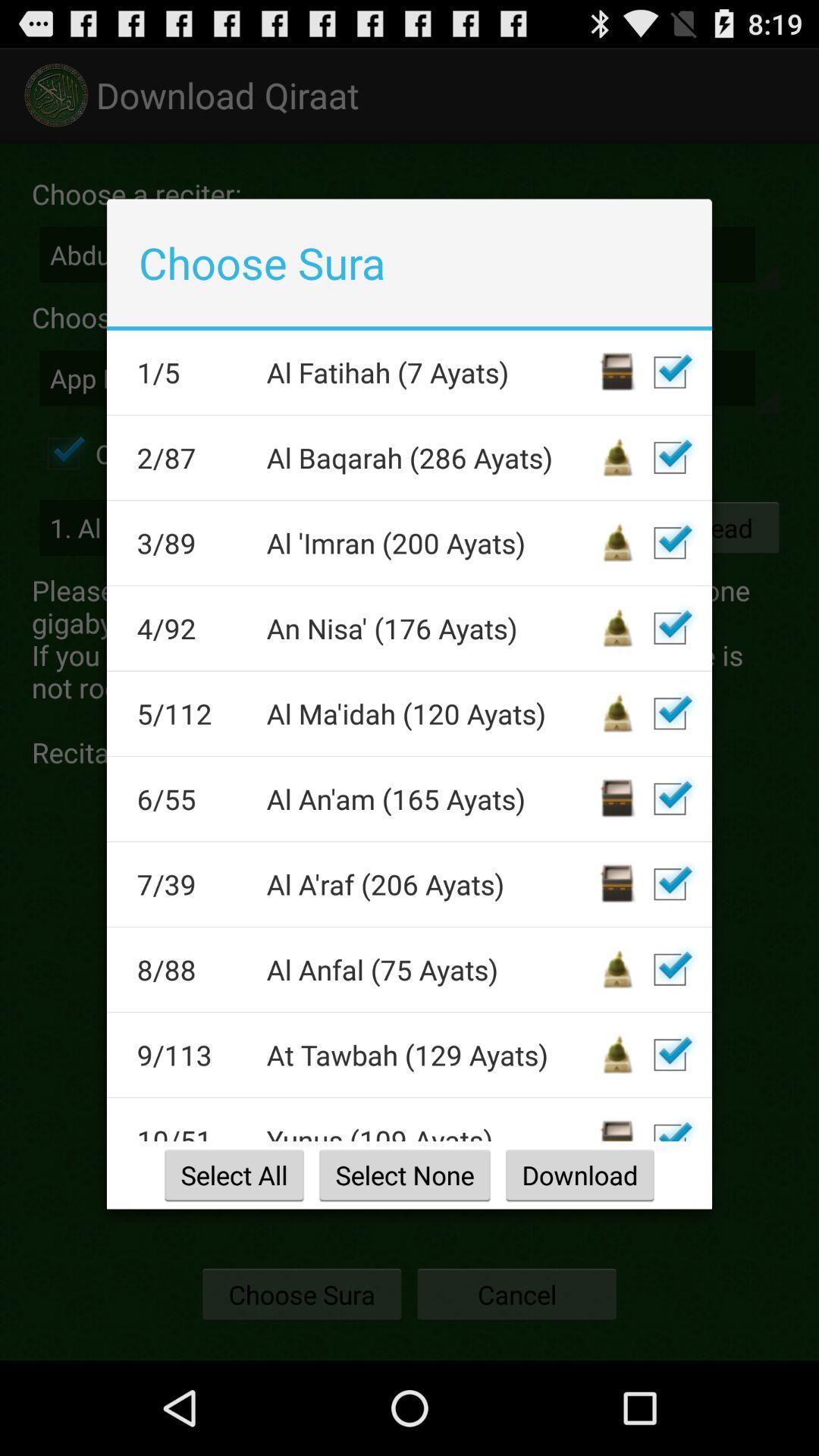 Image resolution: width=819 pixels, height=1456 pixels. What do you see at coordinates (669, 372) in the screenshot?
I see `sura inclusion` at bounding box center [669, 372].